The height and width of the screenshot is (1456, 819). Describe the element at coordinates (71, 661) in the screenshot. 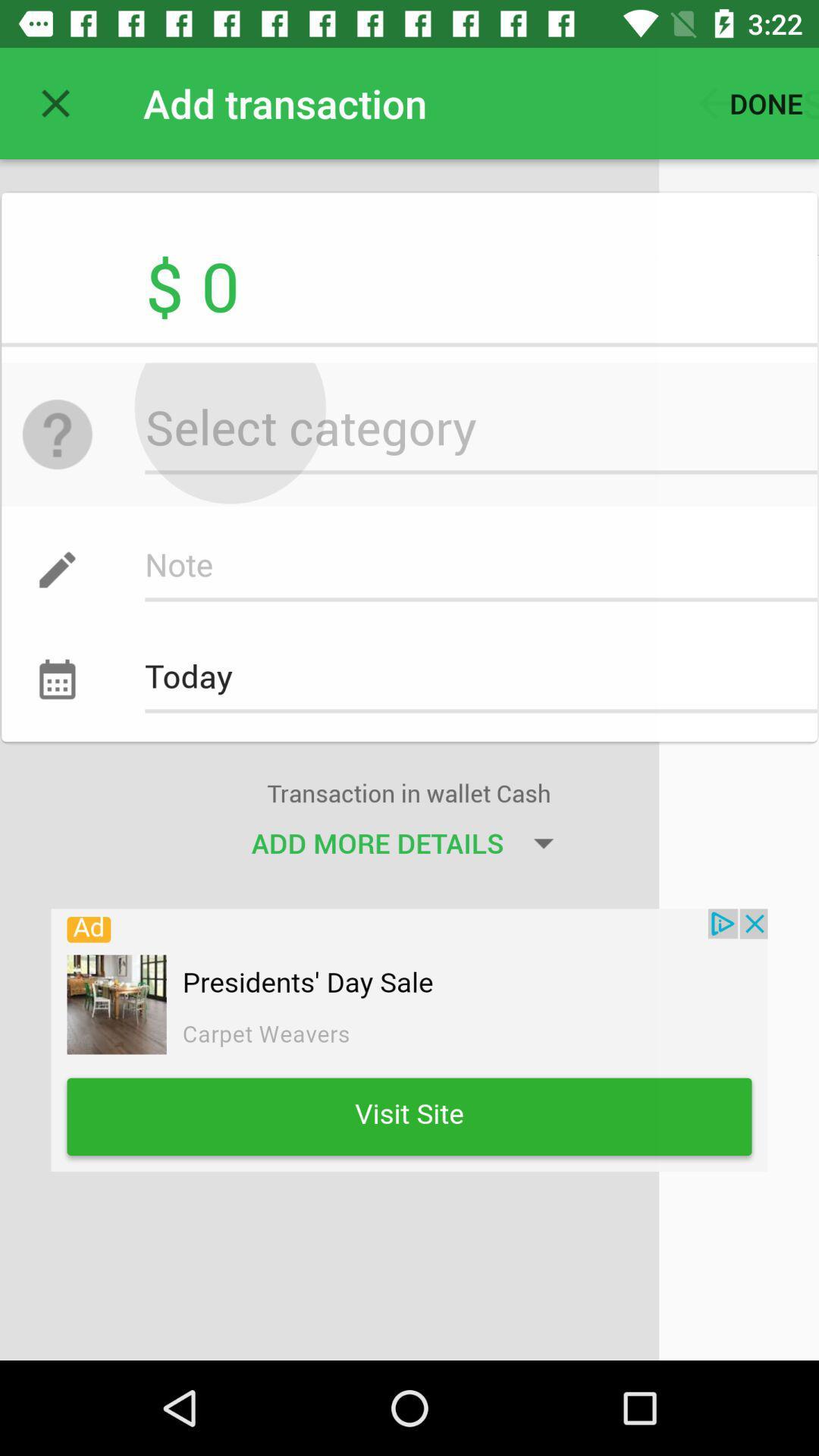

I see `the calendar date option` at that location.